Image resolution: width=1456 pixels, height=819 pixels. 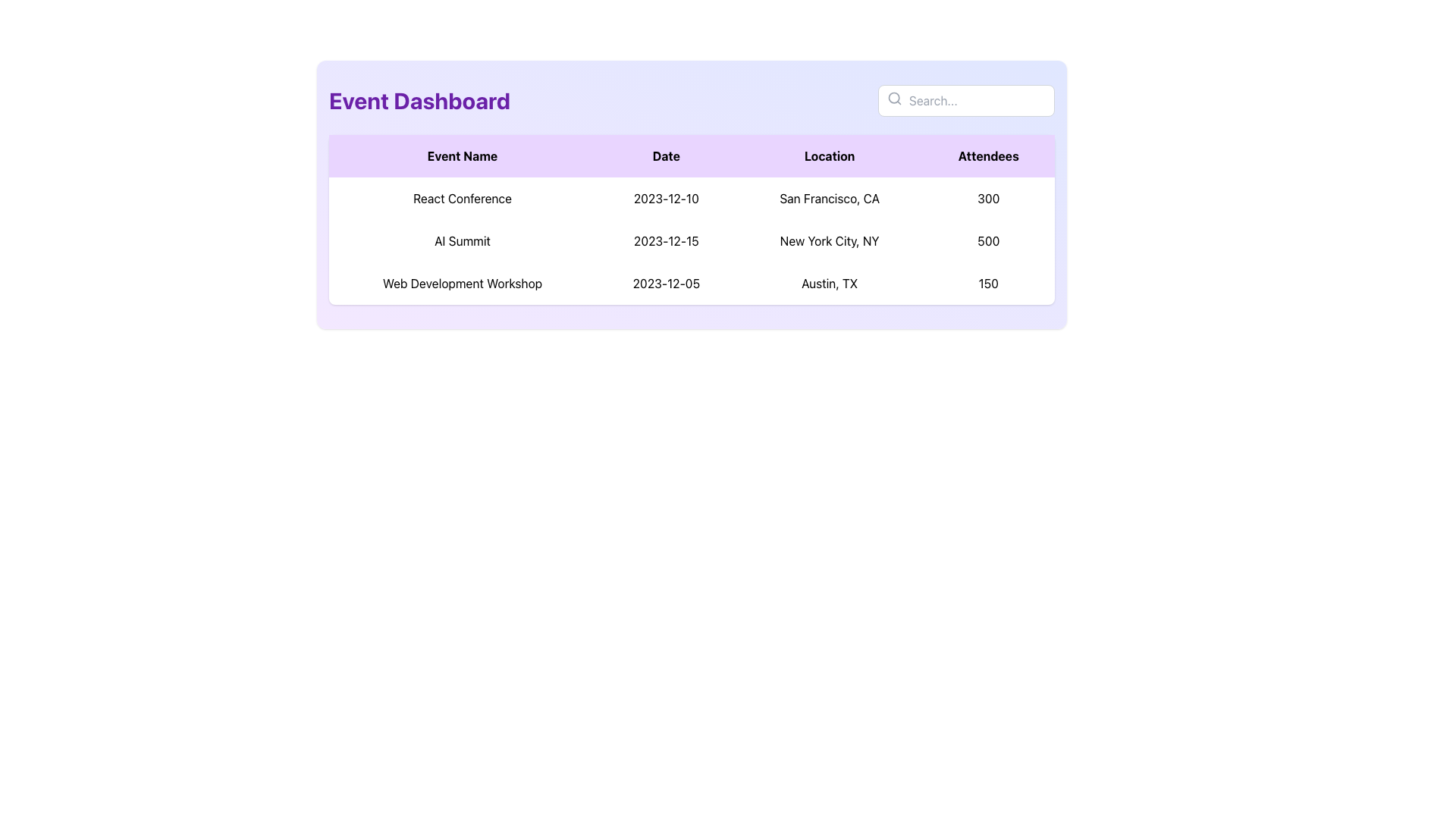 What do you see at coordinates (666, 240) in the screenshot?
I see `date '2023-12-15' displayed in black text within the second cell of the 'Date' column in the table on the 'Event Dashboard'` at bounding box center [666, 240].